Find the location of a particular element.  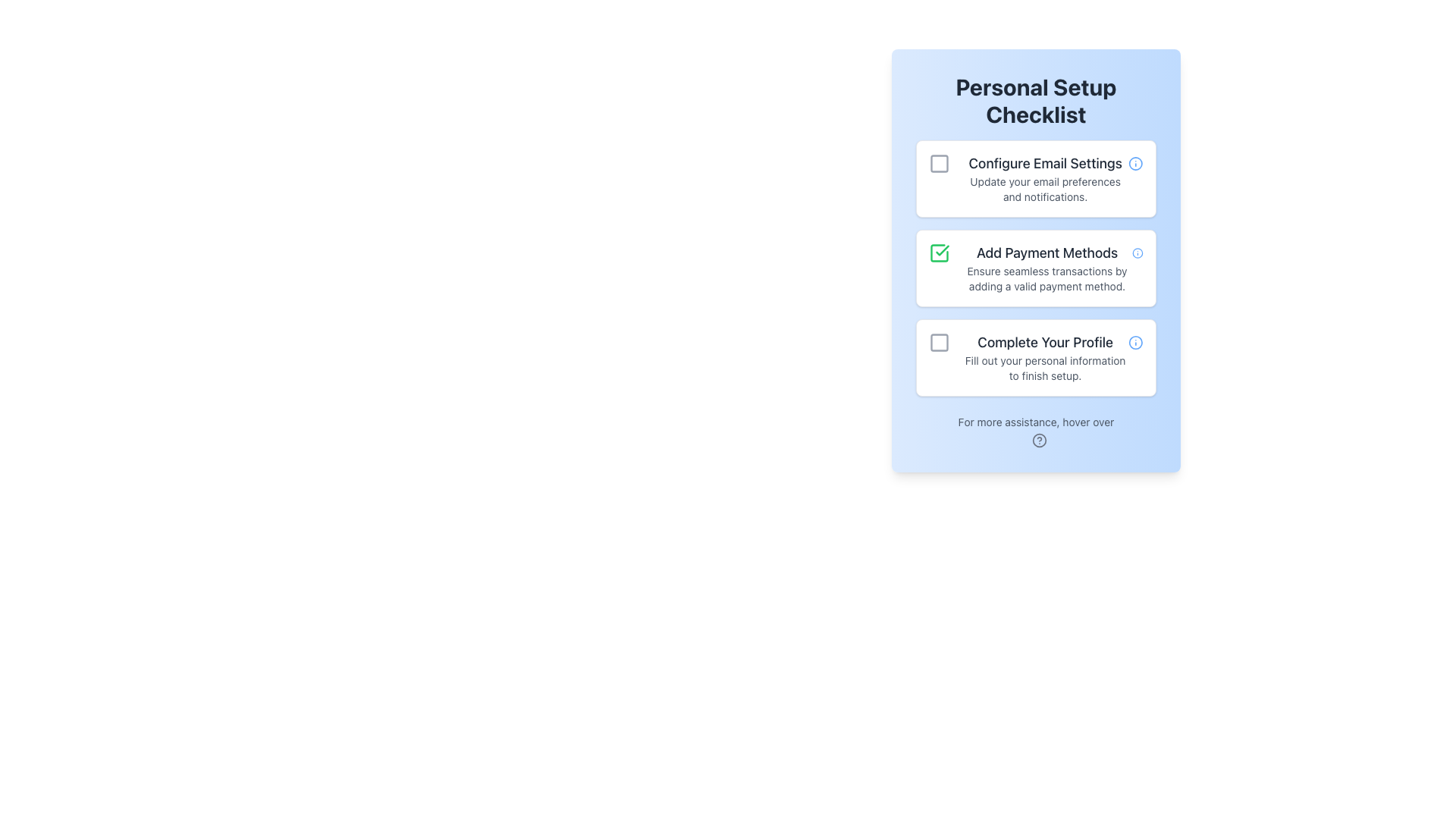

guidance text from the Text content banner in the checklist, which is the third item below 'Add Payment Methods' is located at coordinates (1044, 357).